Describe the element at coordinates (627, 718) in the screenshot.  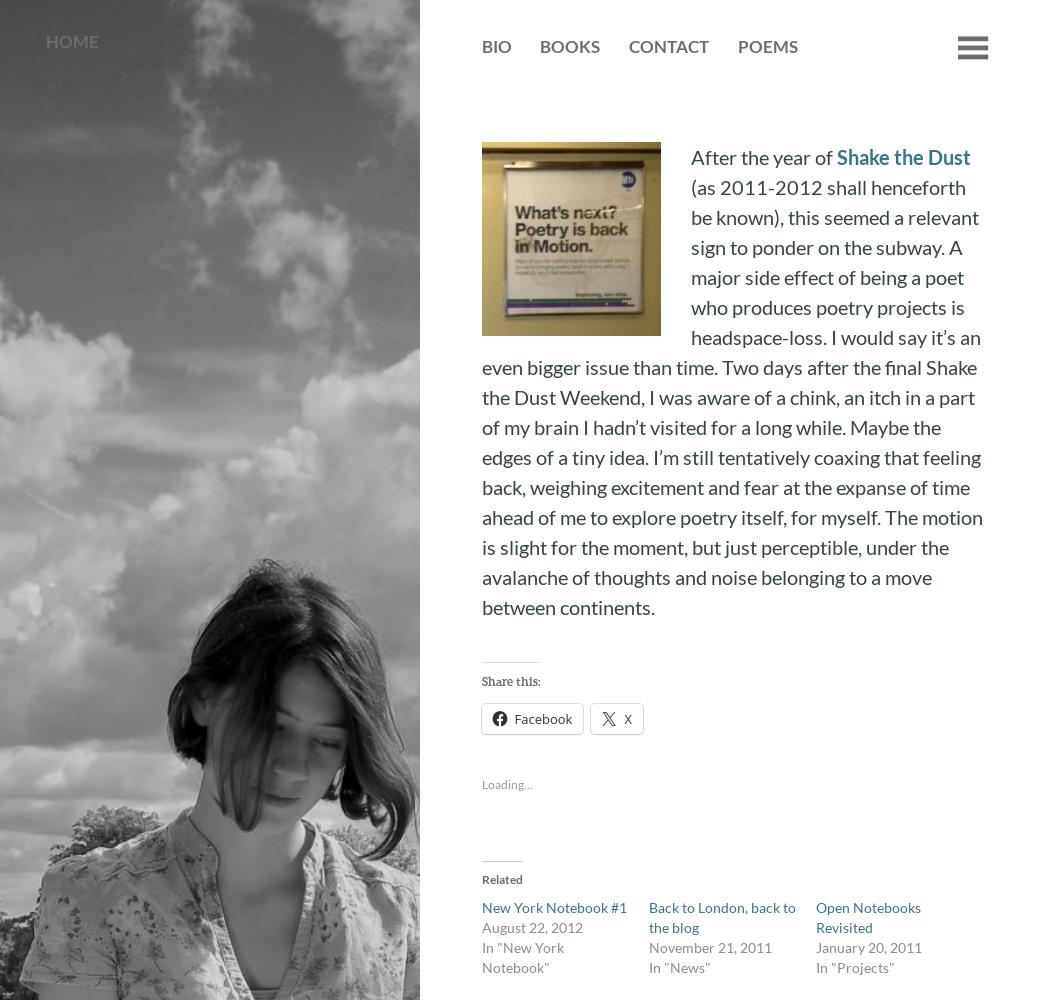
I see `'X'` at that location.